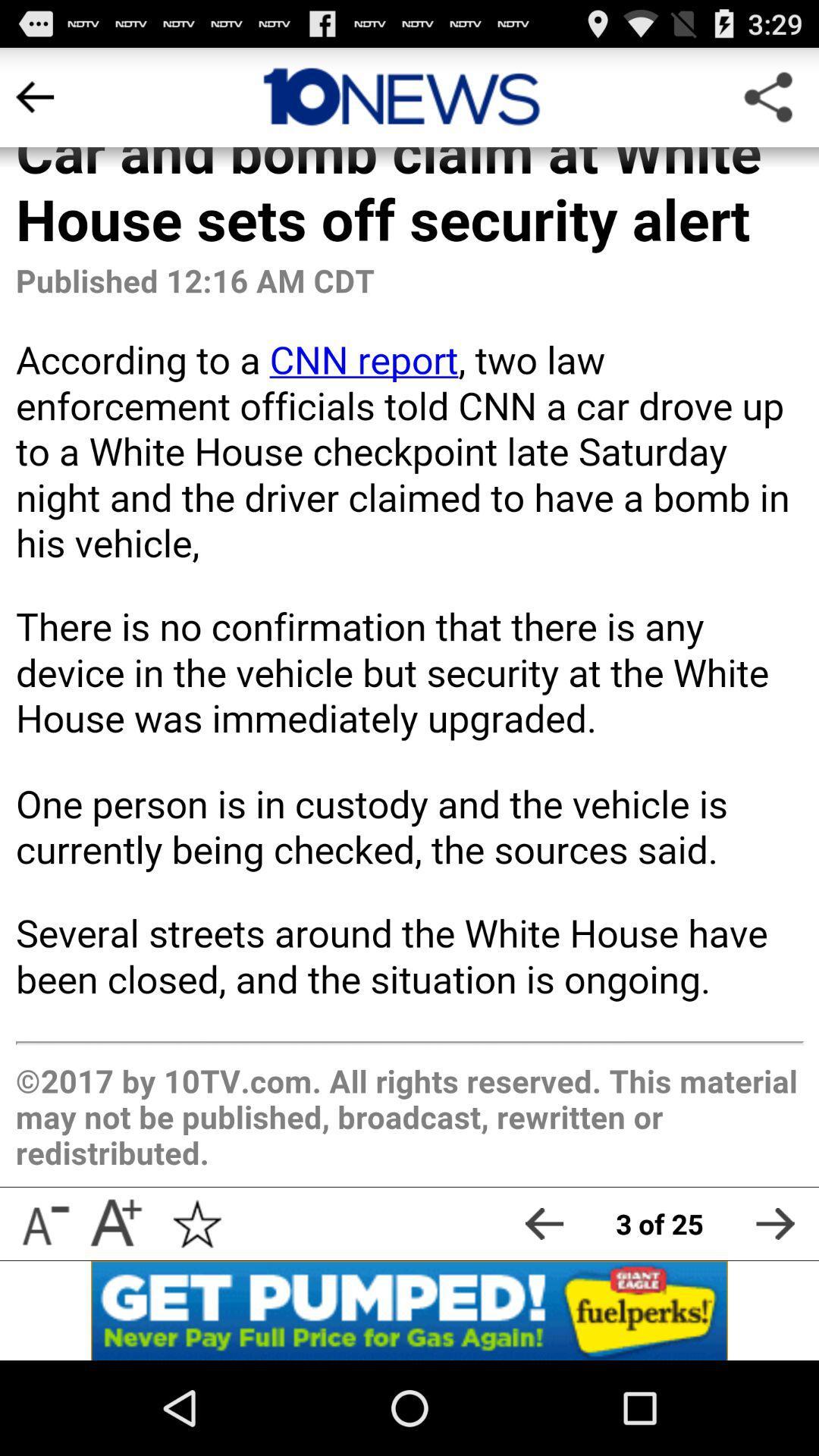  I want to click on open advertisement, so click(409, 1310).